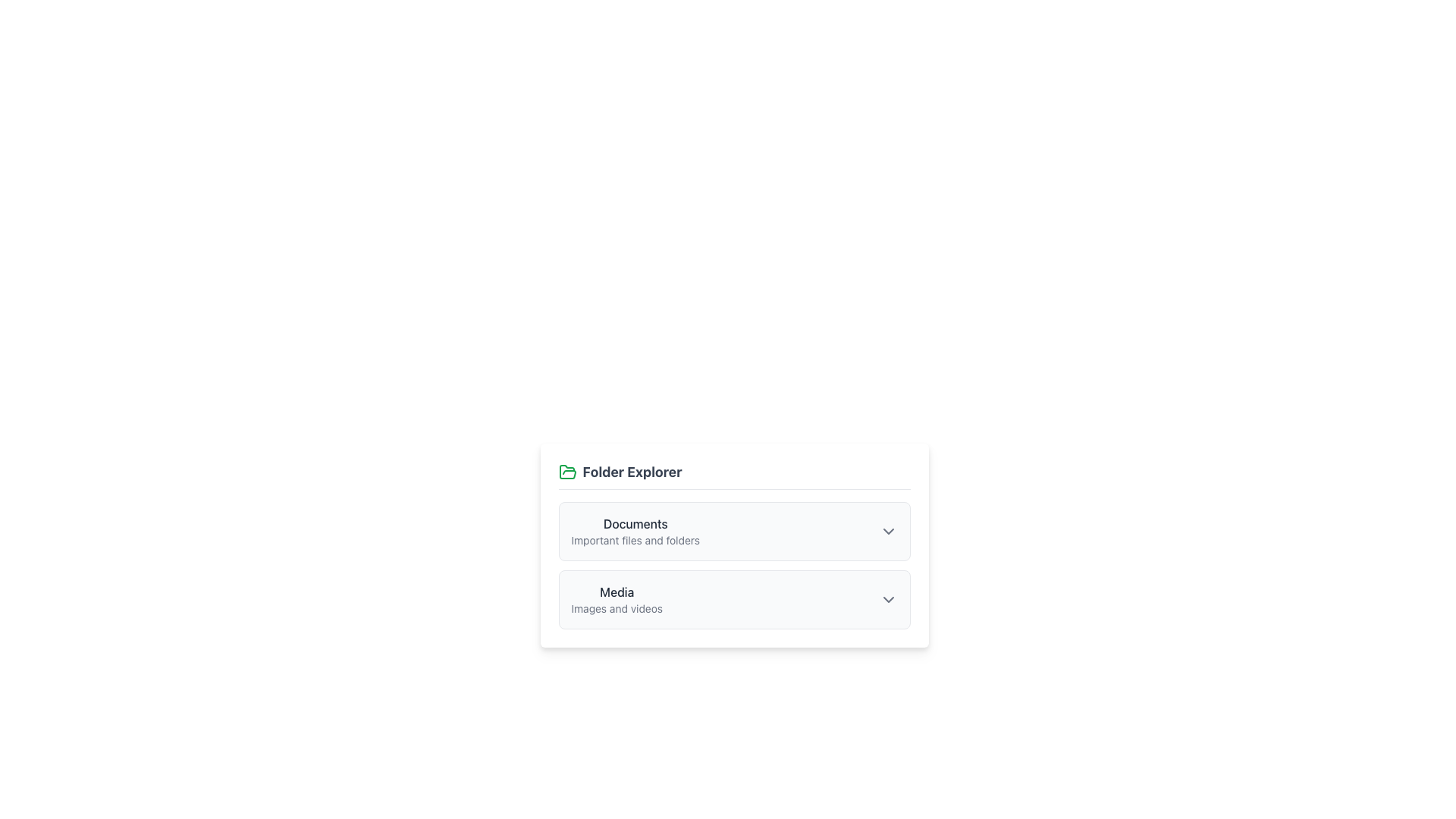  Describe the element at coordinates (617, 591) in the screenshot. I see `text from the bold 'Media' label located in the 'Folder Explorer' section, positioned above the 'Images and videos' label` at that location.